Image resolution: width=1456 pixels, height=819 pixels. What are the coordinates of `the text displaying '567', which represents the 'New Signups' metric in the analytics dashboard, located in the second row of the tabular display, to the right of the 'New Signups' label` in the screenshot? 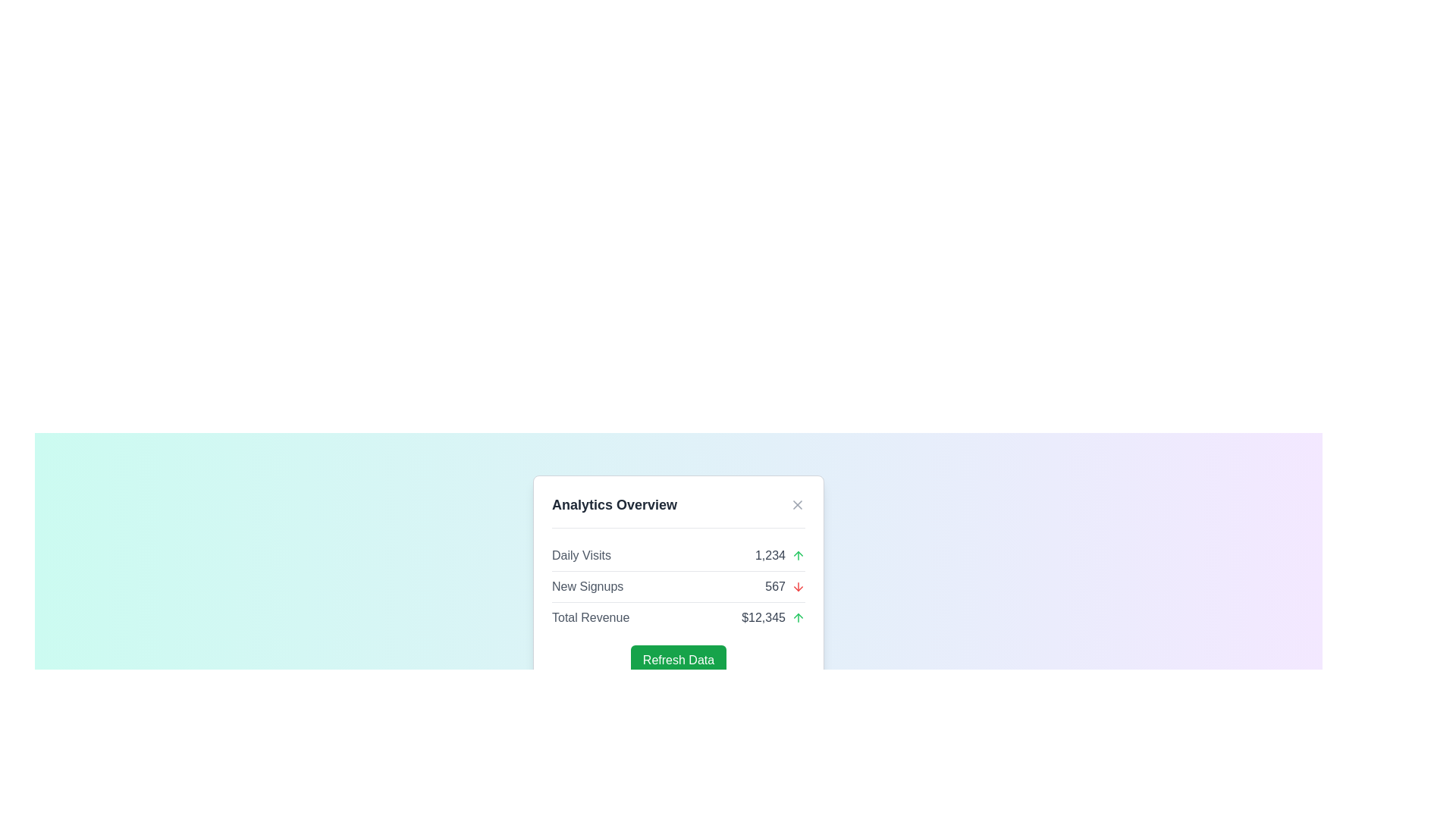 It's located at (775, 586).